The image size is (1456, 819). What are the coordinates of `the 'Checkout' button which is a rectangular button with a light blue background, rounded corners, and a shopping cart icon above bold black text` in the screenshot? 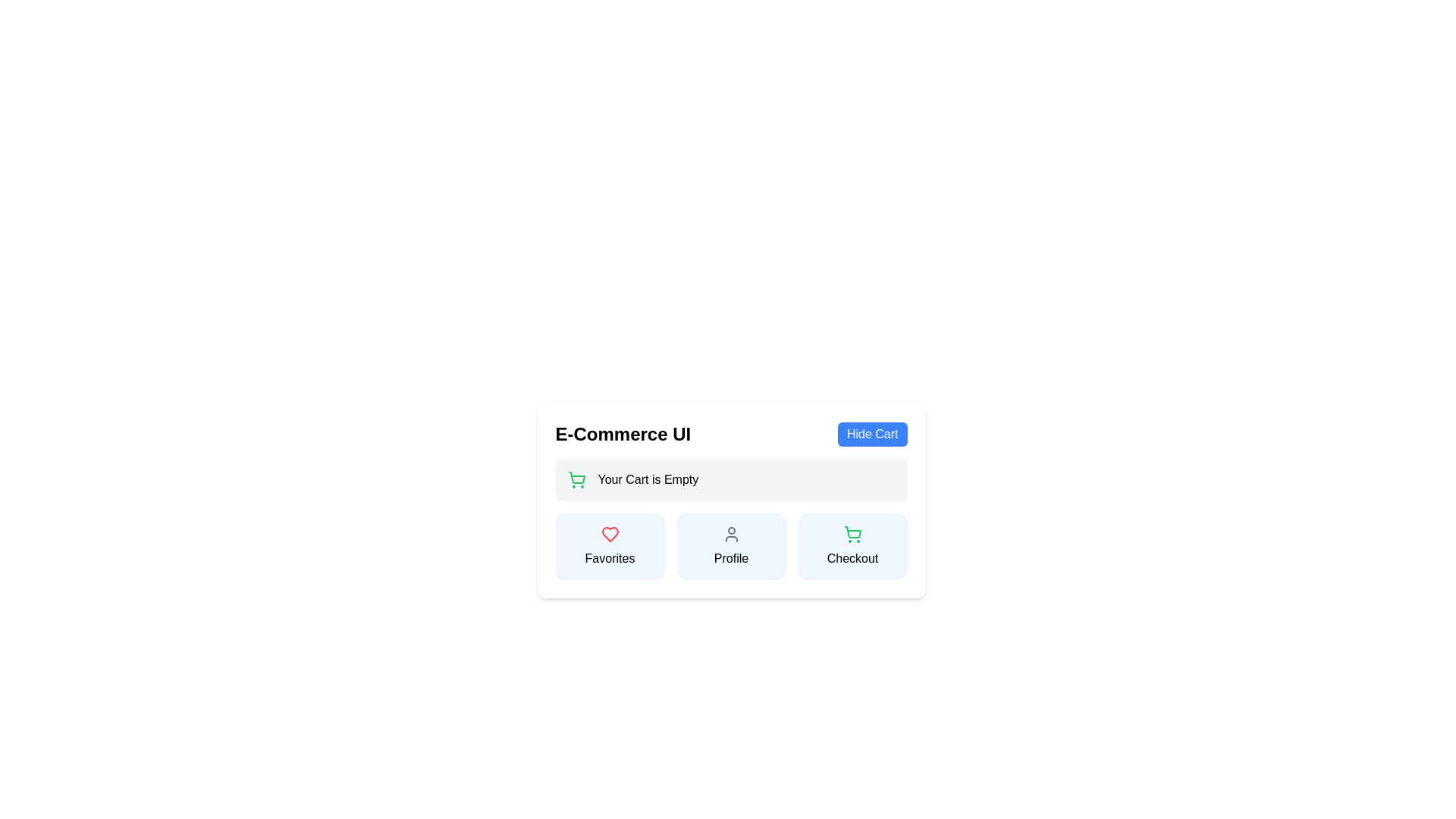 It's located at (852, 547).